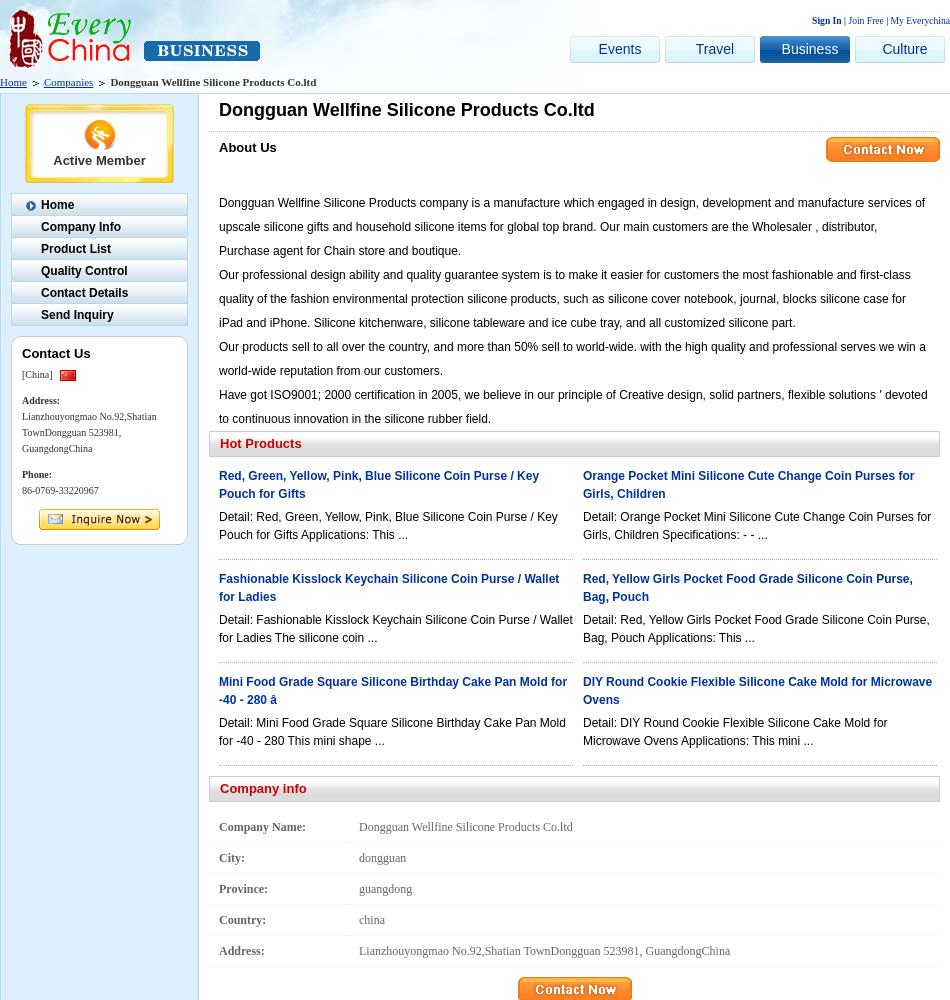  I want to click on 'Quality Control', so click(83, 271).